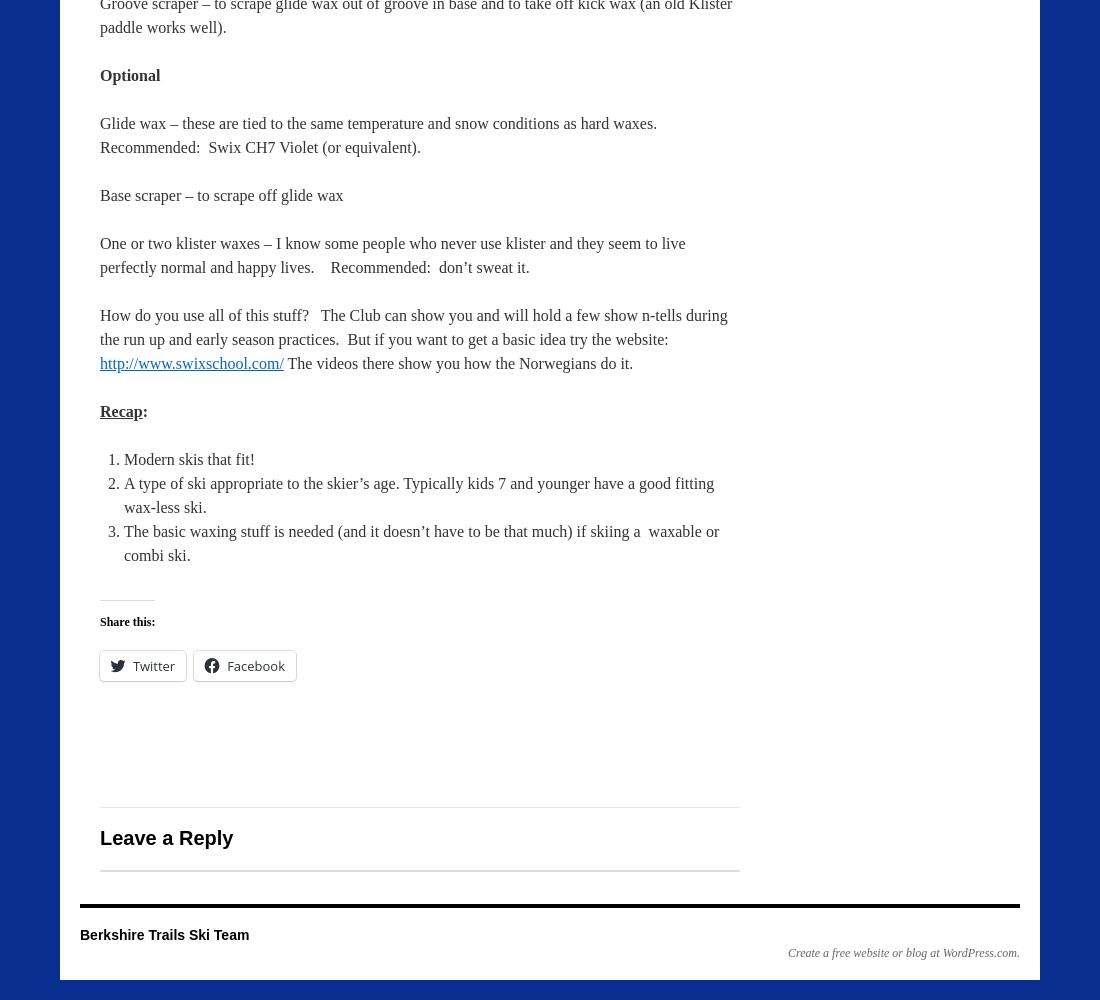 This screenshot has width=1100, height=1000. Describe the element at coordinates (412, 326) in the screenshot. I see `'How do you use all of this stuff?   The Club can show you and will hold a few show n-tells during the run up and early season practices.  But if you want to get a basic idea try the website:'` at that location.